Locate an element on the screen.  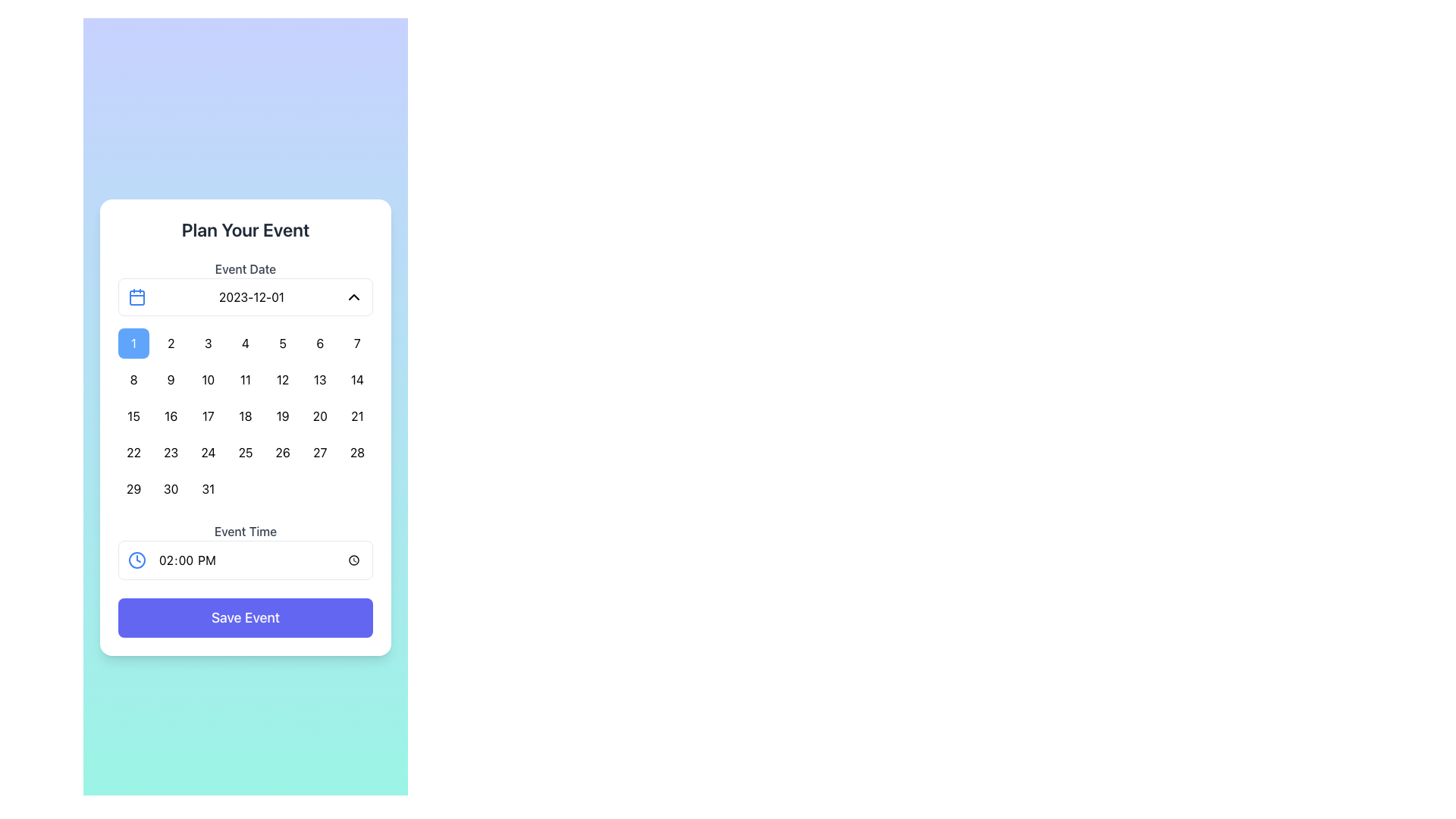
the text element displaying the date '2023-12-01', which is centrally aligned within the input field labeled 'Event Date' and positioned between a calendar icon on the left and a chevron dropdown icon on the right is located at coordinates (251, 297).